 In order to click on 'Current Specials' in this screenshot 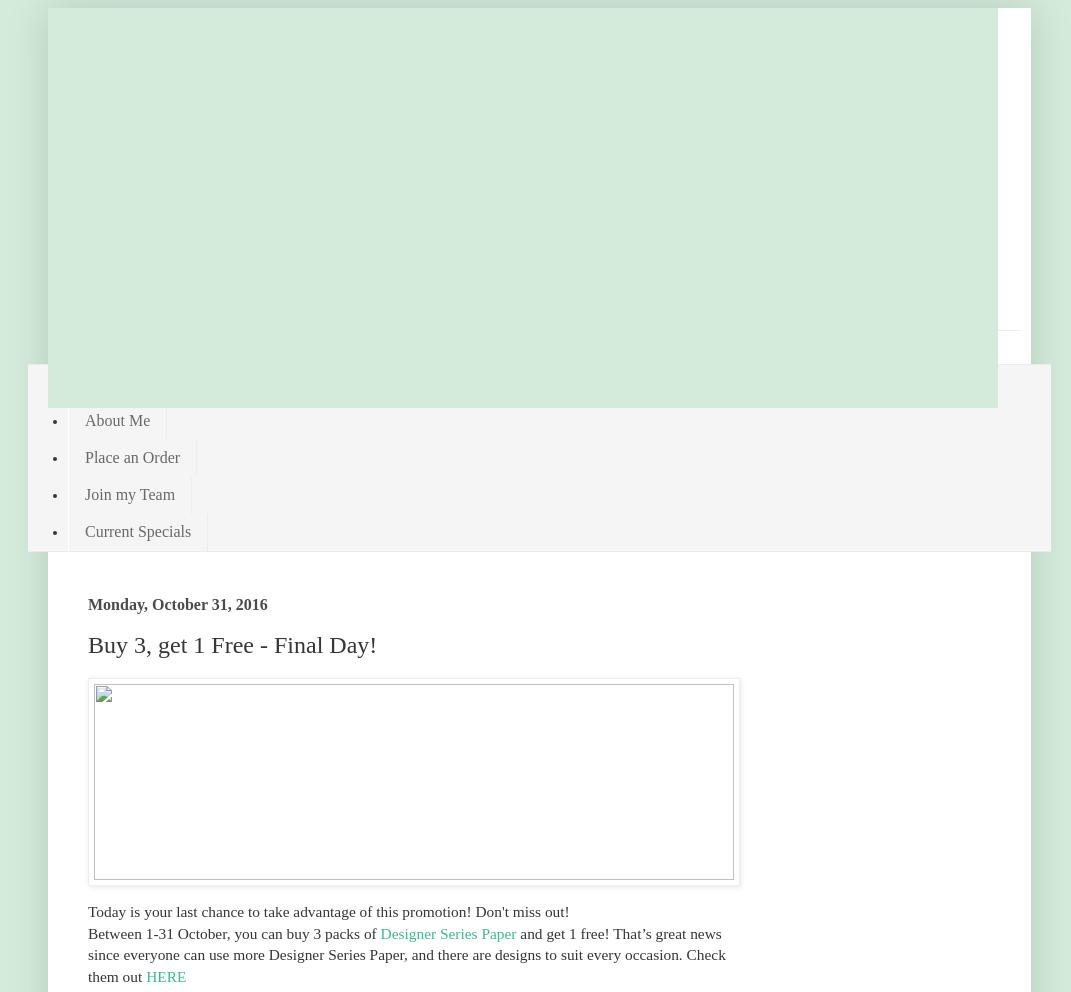, I will do `click(138, 530)`.